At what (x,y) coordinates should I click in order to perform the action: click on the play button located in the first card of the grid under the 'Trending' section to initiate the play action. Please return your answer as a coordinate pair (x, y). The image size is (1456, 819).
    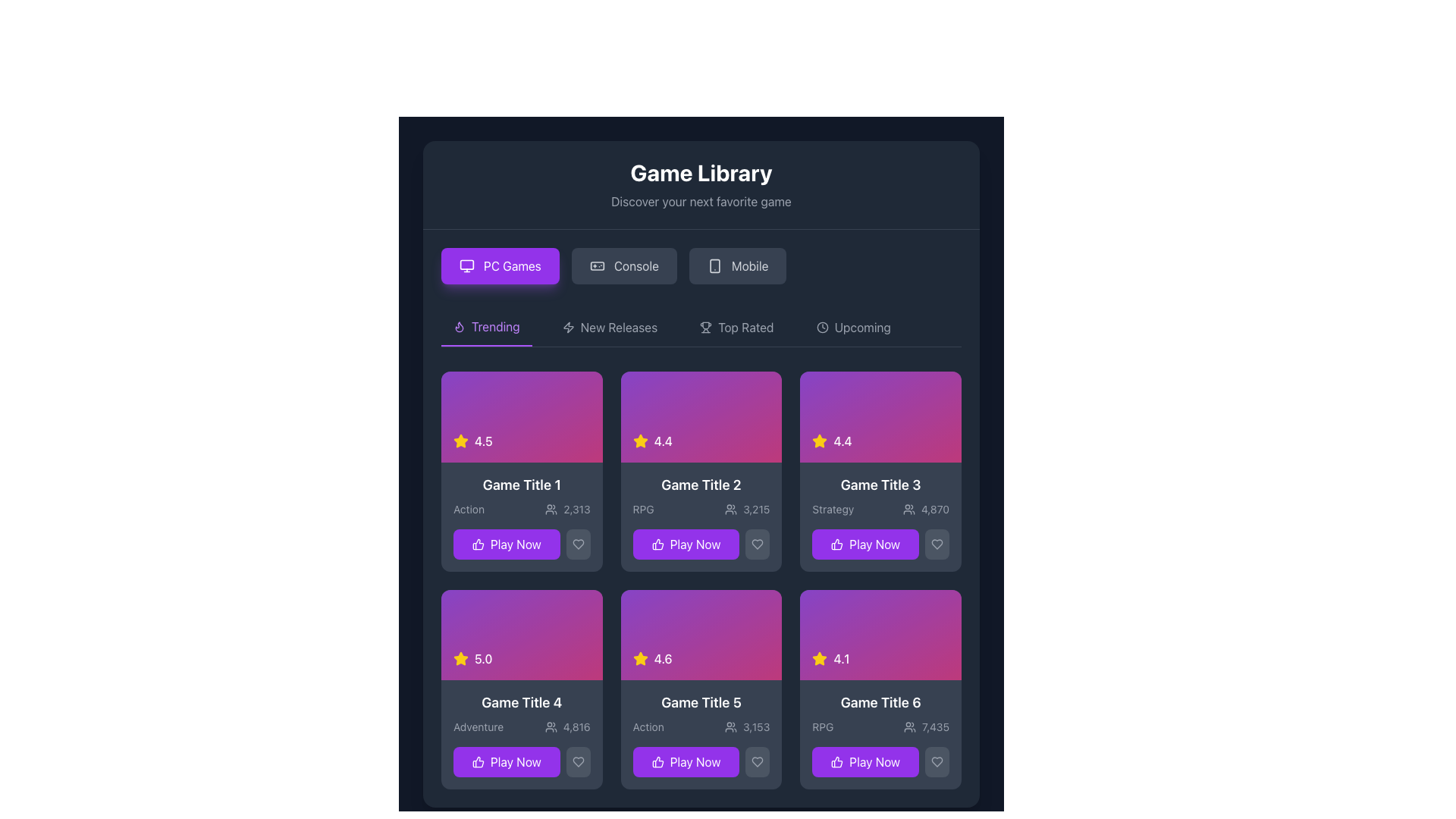
    Looking at the image, I should click on (506, 543).